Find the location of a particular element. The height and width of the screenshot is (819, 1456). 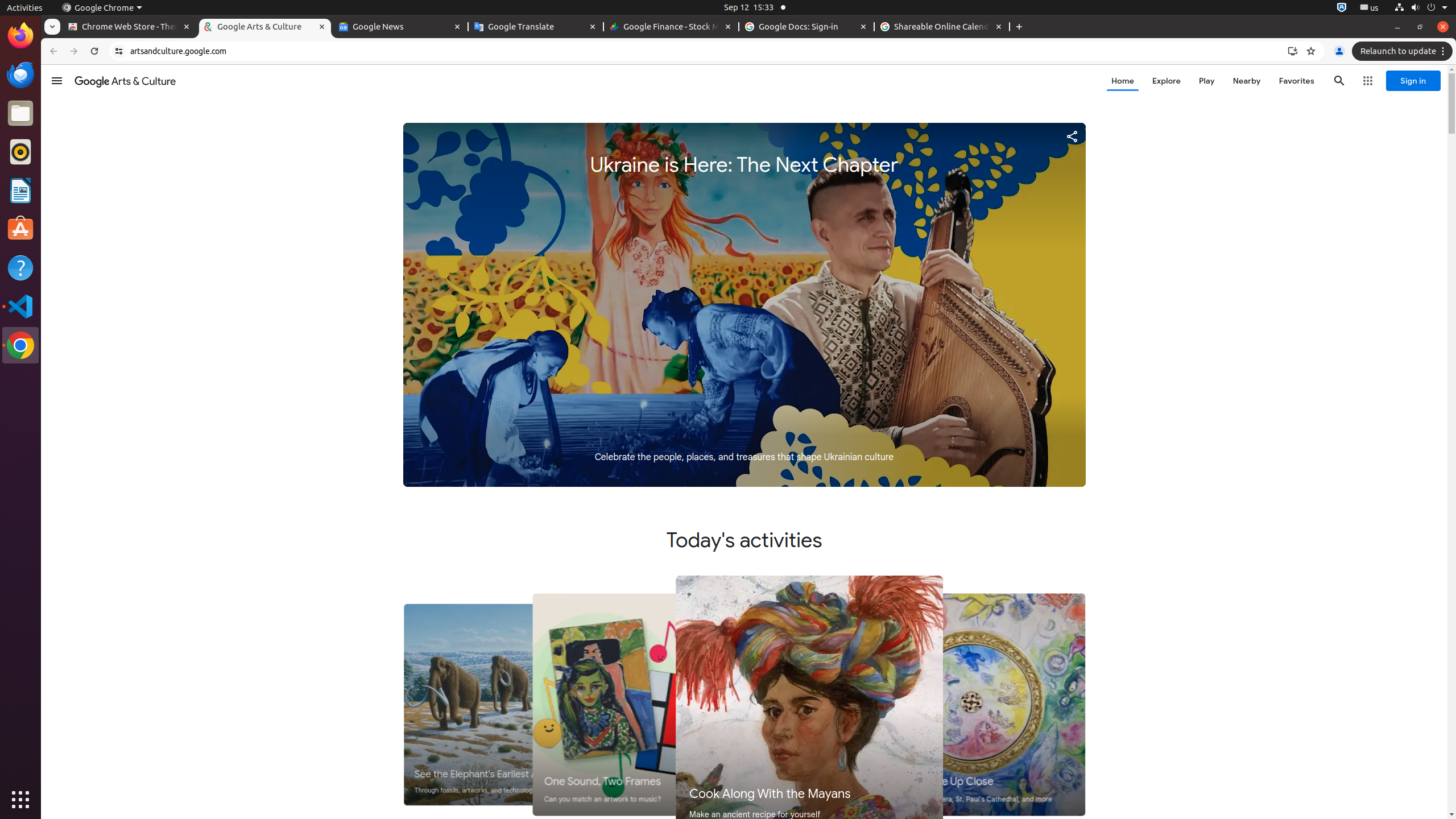

'Install Google Arts & Culture' is located at coordinates (1292, 51).